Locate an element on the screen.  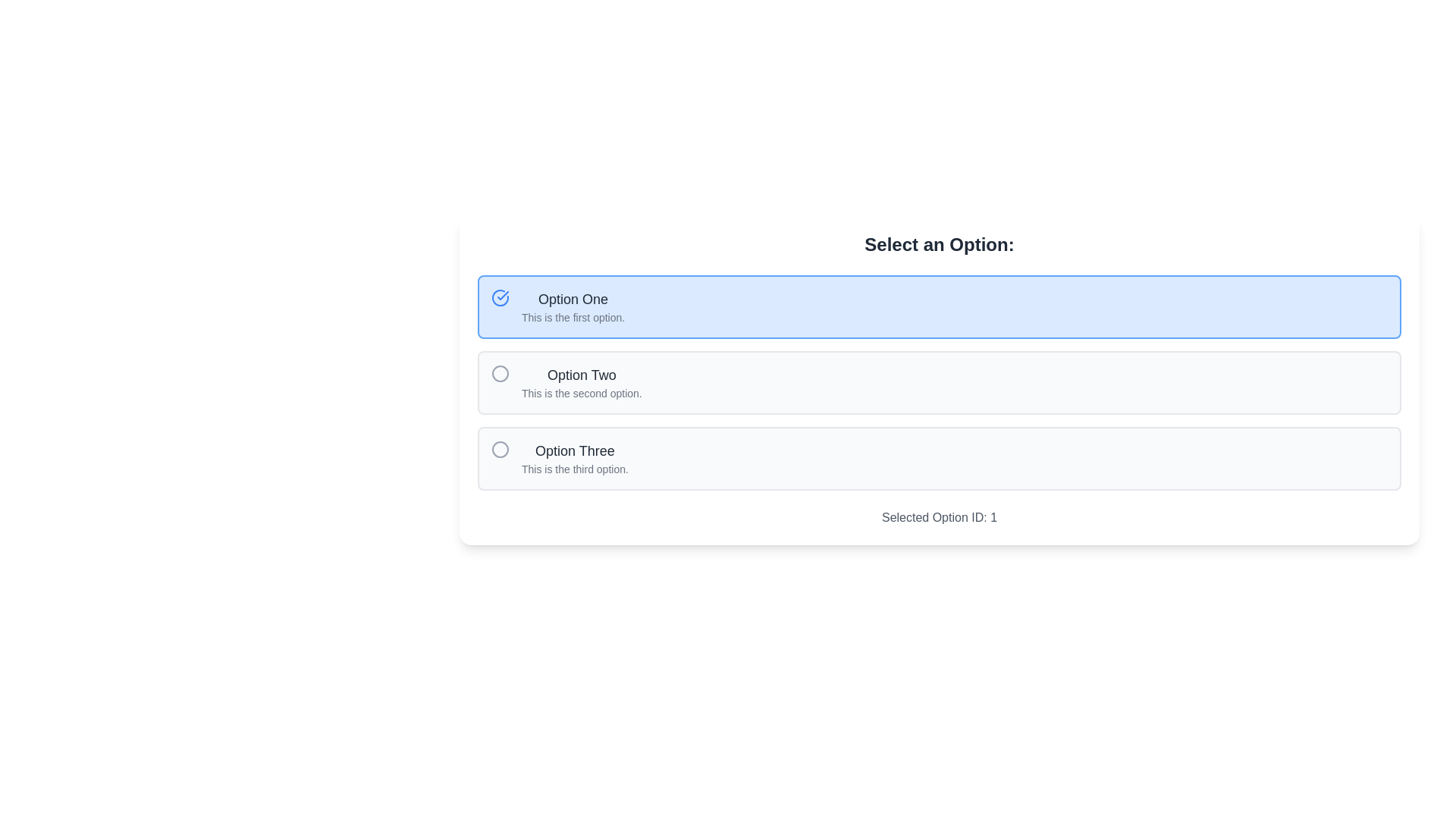
the descriptive text label located under the 'Option One' heading, which clarifies the selection's purpose is located at coordinates (573, 317).